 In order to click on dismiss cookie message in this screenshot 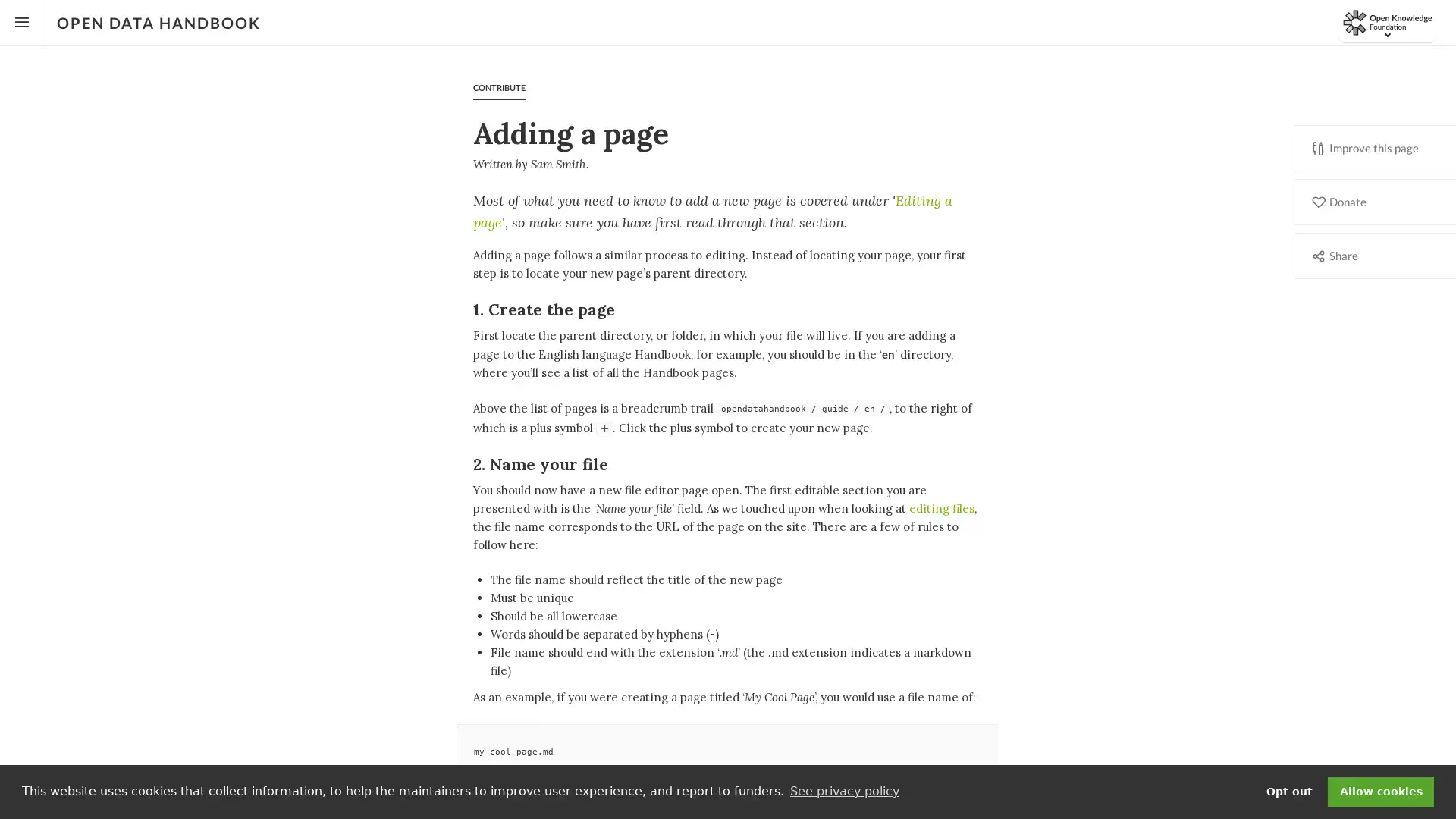, I will do `click(1380, 791)`.